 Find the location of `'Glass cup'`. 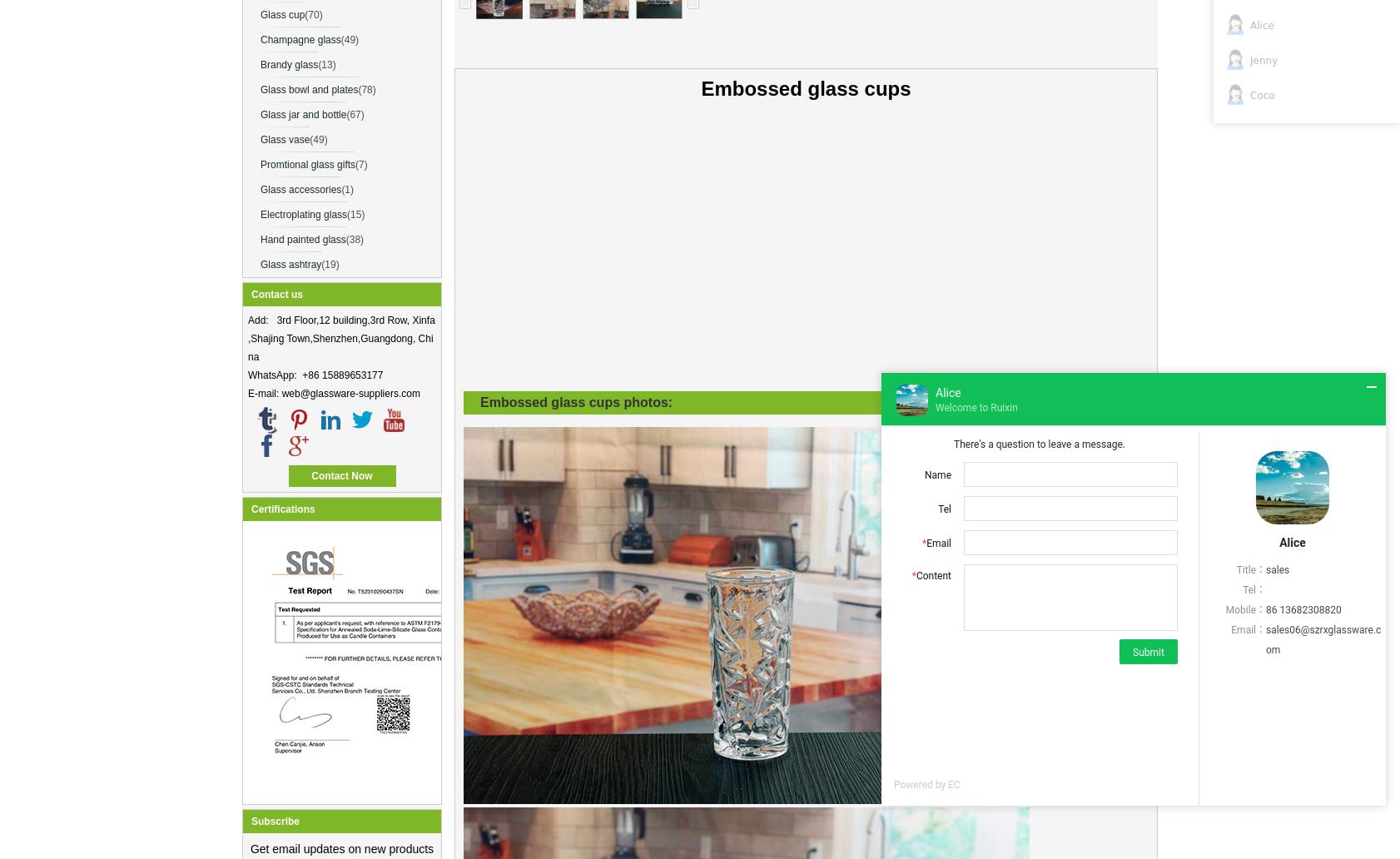

'Glass cup' is located at coordinates (281, 14).